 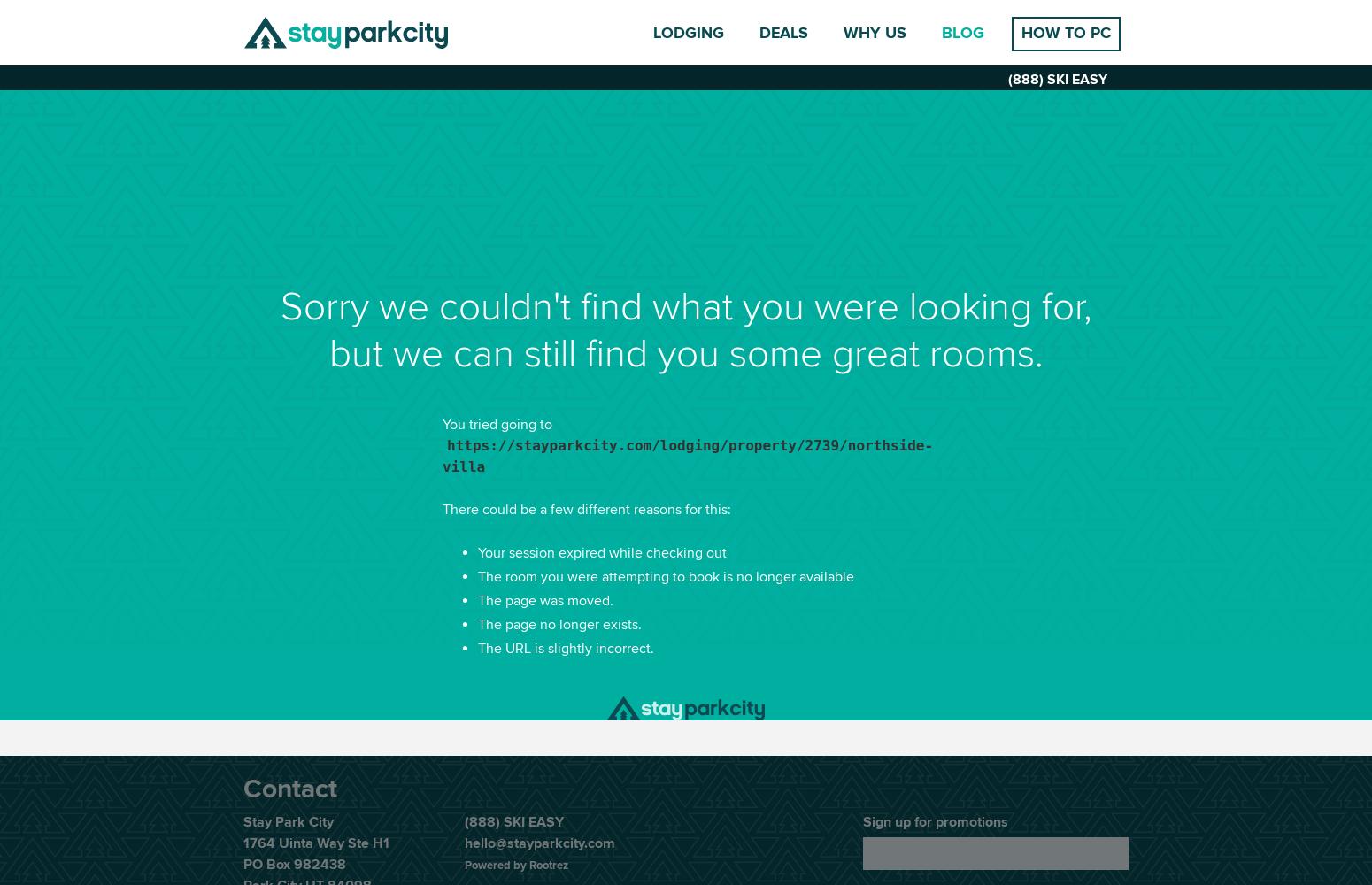 I want to click on 'Sign up for promotions', so click(x=935, y=822).